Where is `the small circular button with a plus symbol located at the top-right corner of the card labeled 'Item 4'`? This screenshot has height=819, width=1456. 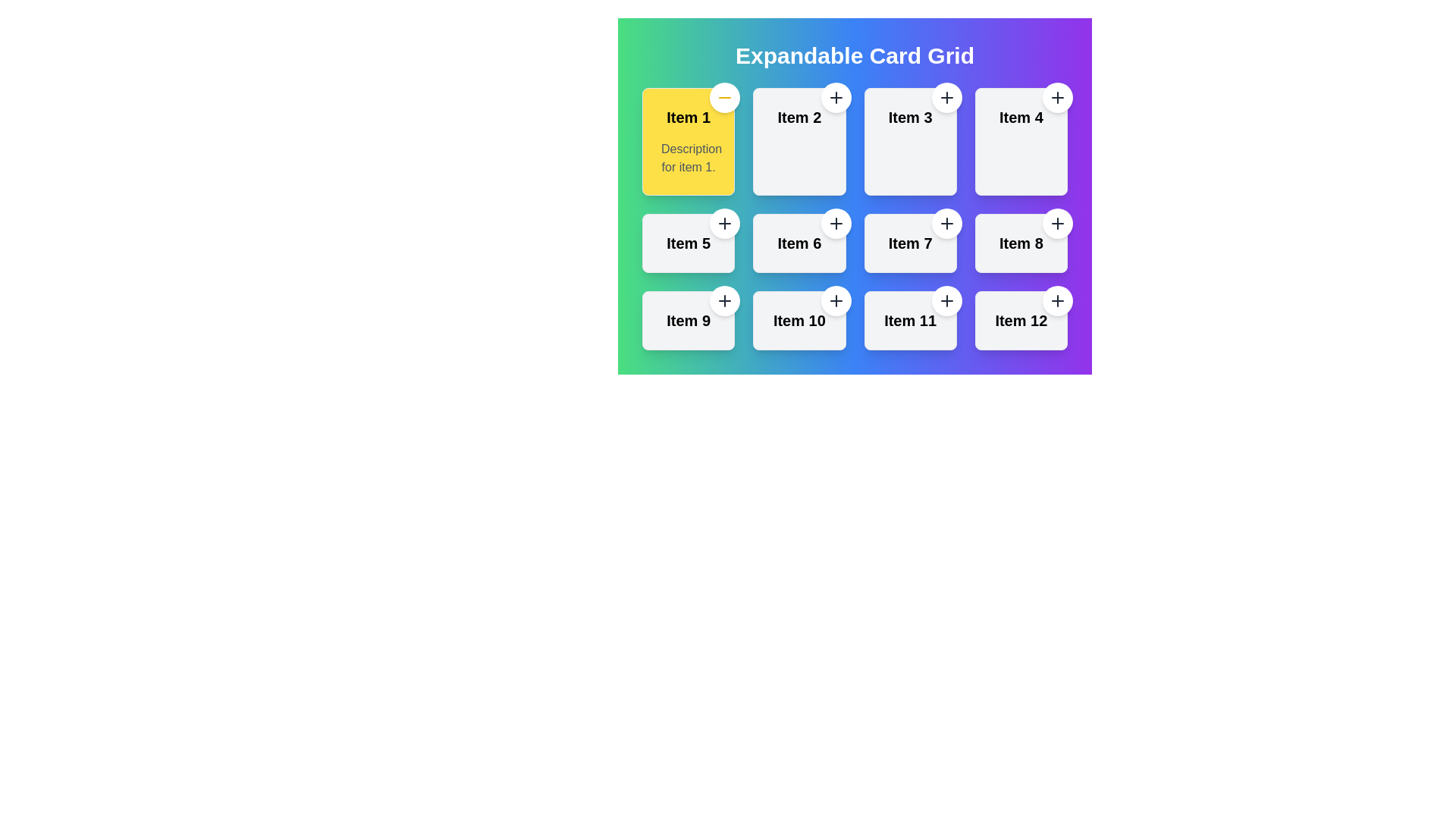 the small circular button with a plus symbol located at the top-right corner of the card labeled 'Item 4' is located at coordinates (1057, 97).